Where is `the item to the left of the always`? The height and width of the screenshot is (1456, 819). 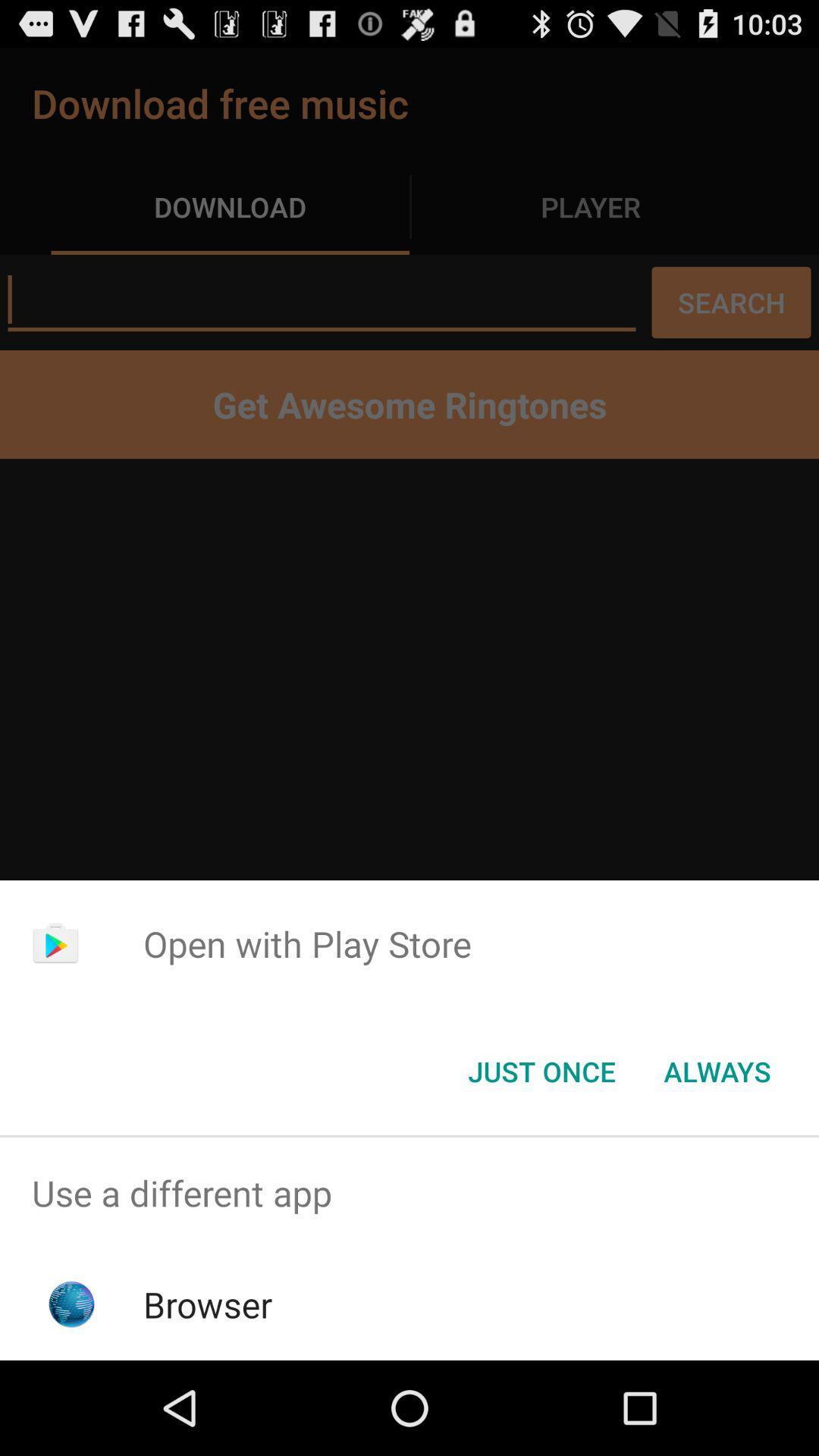
the item to the left of the always is located at coordinates (541, 1070).